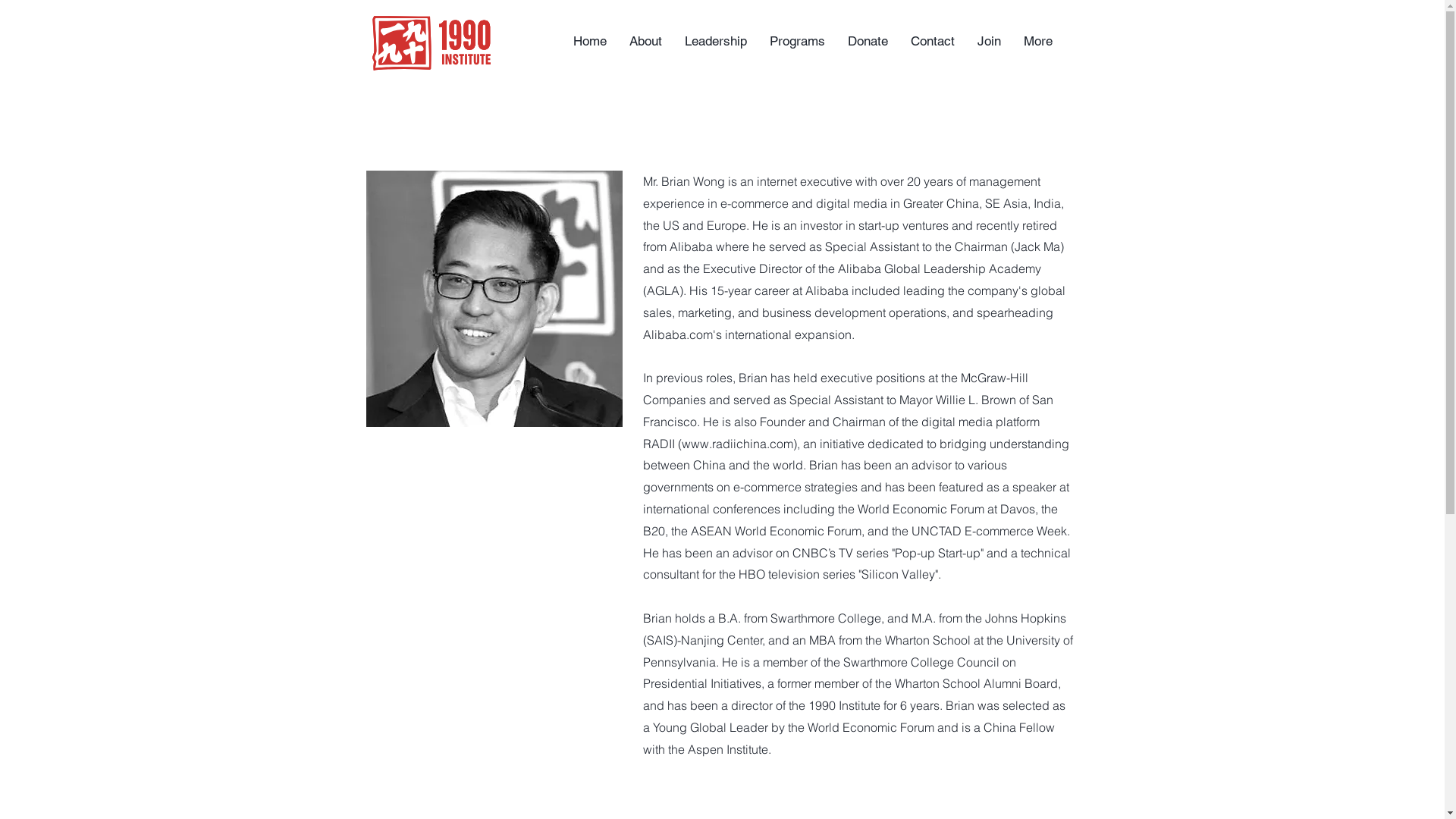 The height and width of the screenshot is (819, 1456). I want to click on 'About', so click(645, 40).